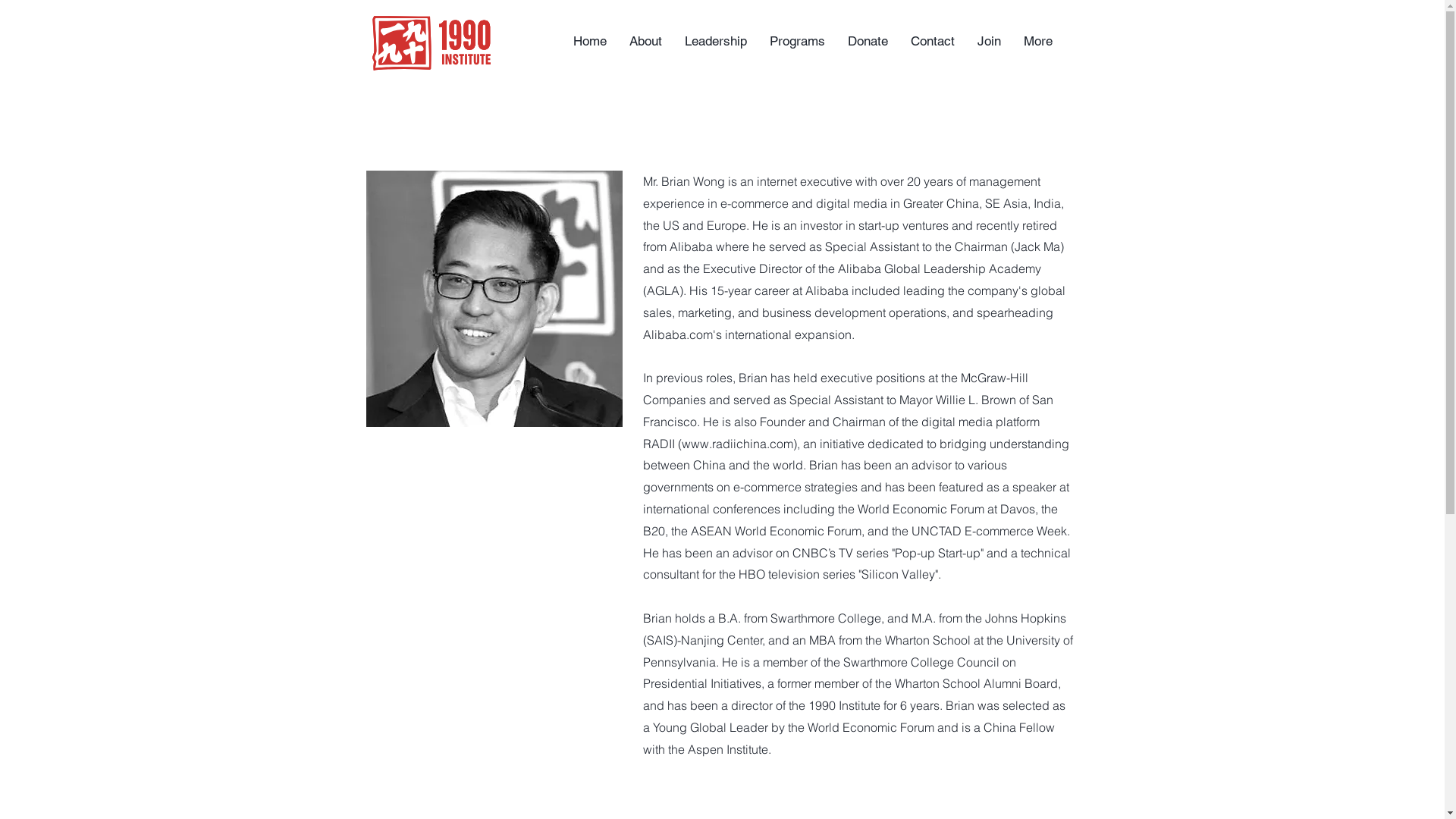 The height and width of the screenshot is (819, 1456). I want to click on 'About', so click(645, 40).